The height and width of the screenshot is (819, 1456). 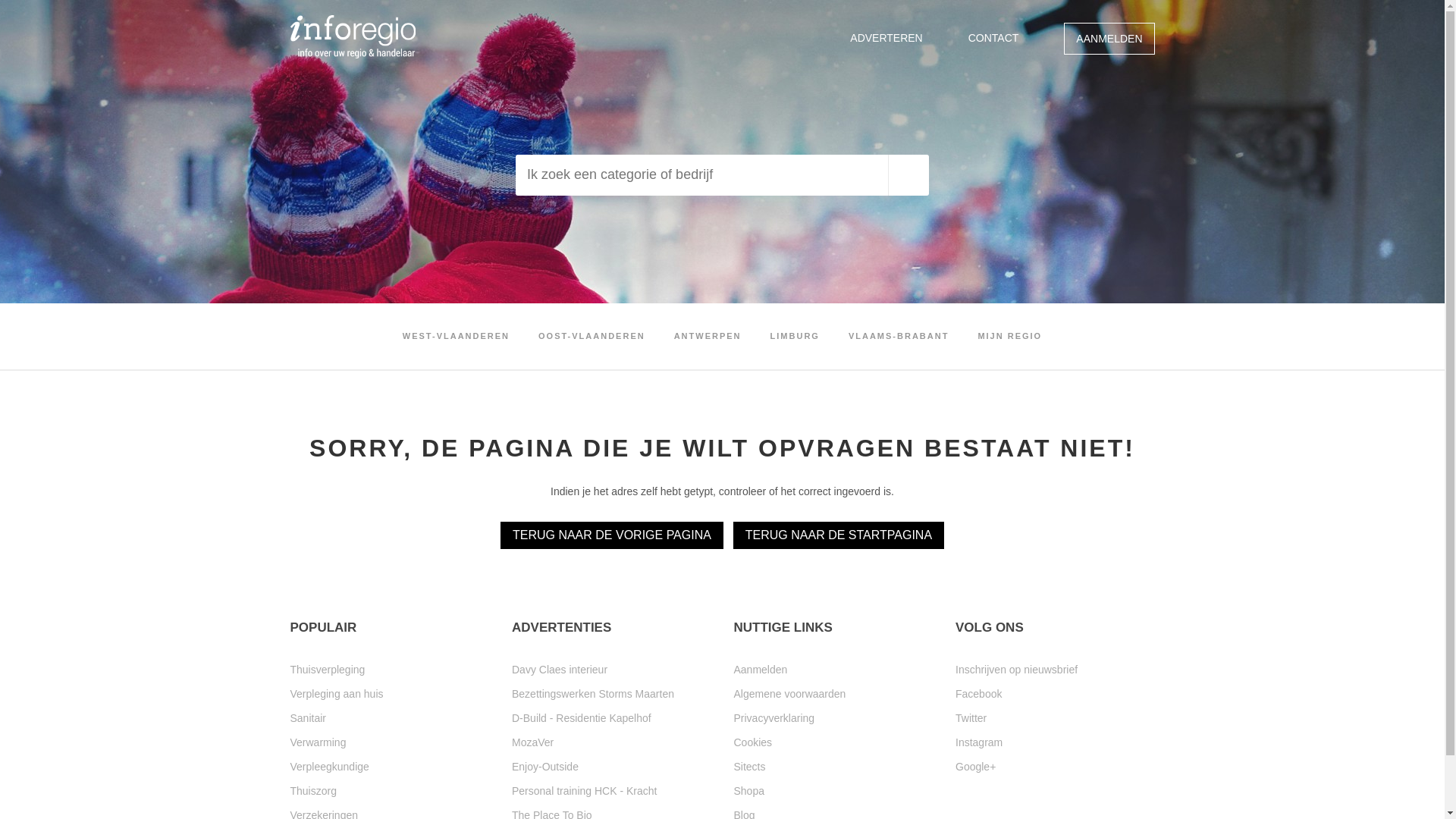 I want to click on 'Twitter', so click(x=954, y=717).